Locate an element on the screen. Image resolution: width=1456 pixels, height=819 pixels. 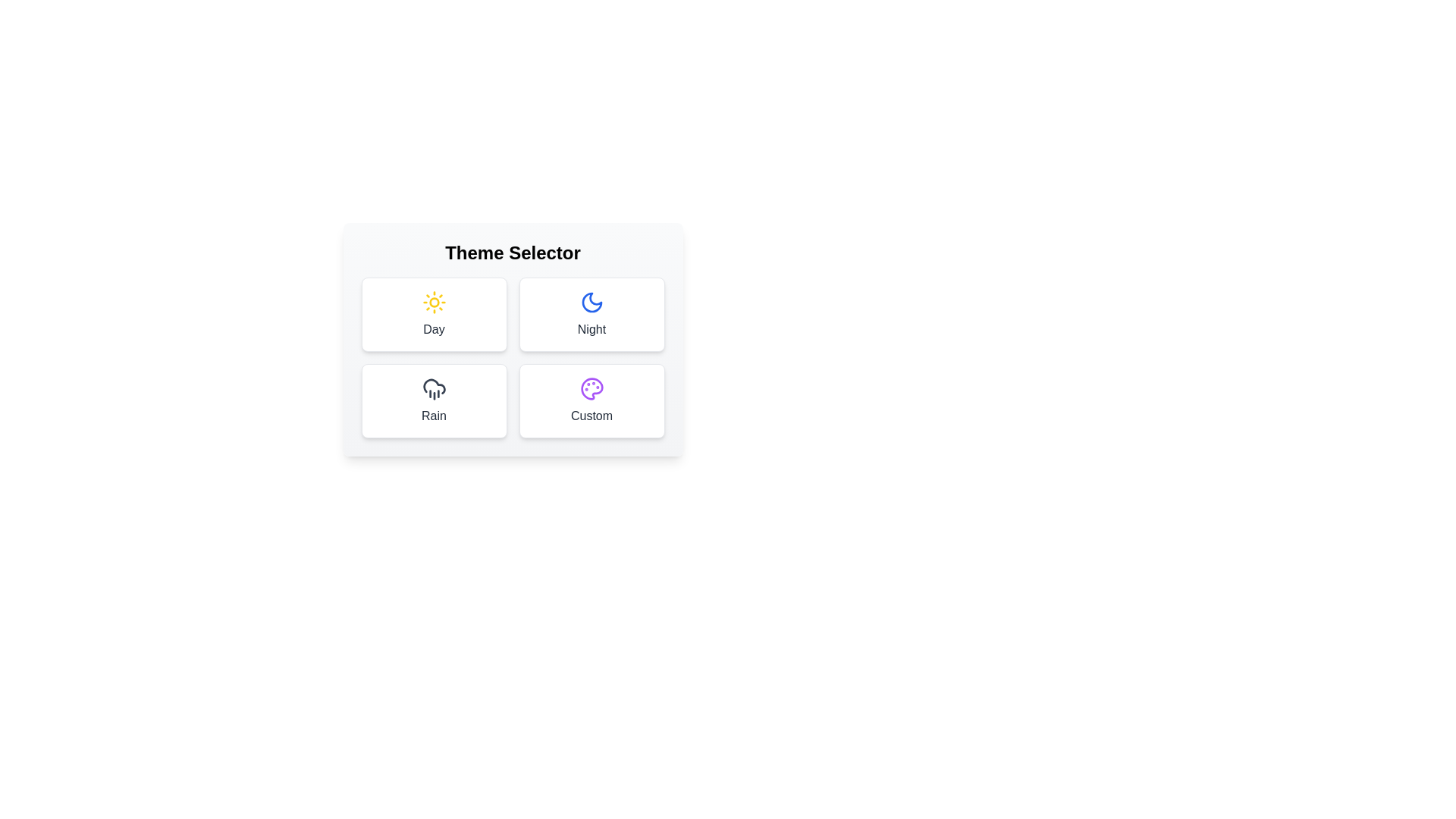
the theme icon for Day is located at coordinates (433, 314).